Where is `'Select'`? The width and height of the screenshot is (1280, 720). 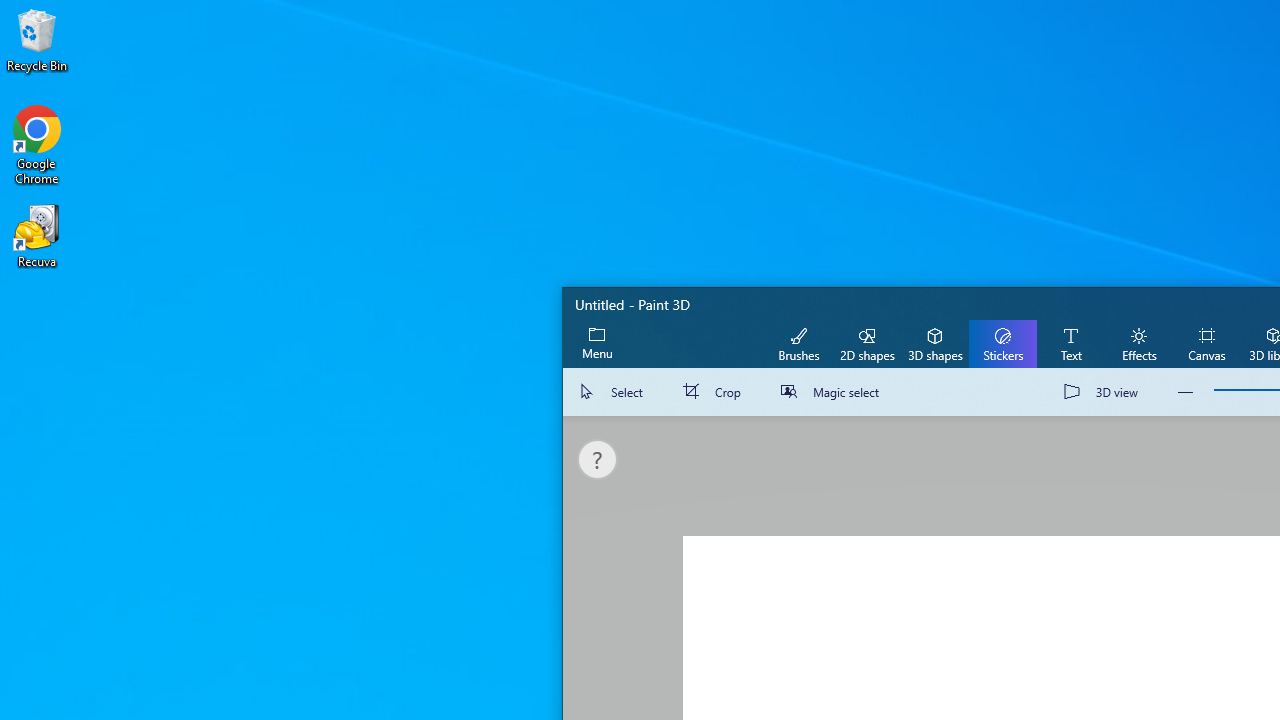
'Select' is located at coordinates (614, 392).